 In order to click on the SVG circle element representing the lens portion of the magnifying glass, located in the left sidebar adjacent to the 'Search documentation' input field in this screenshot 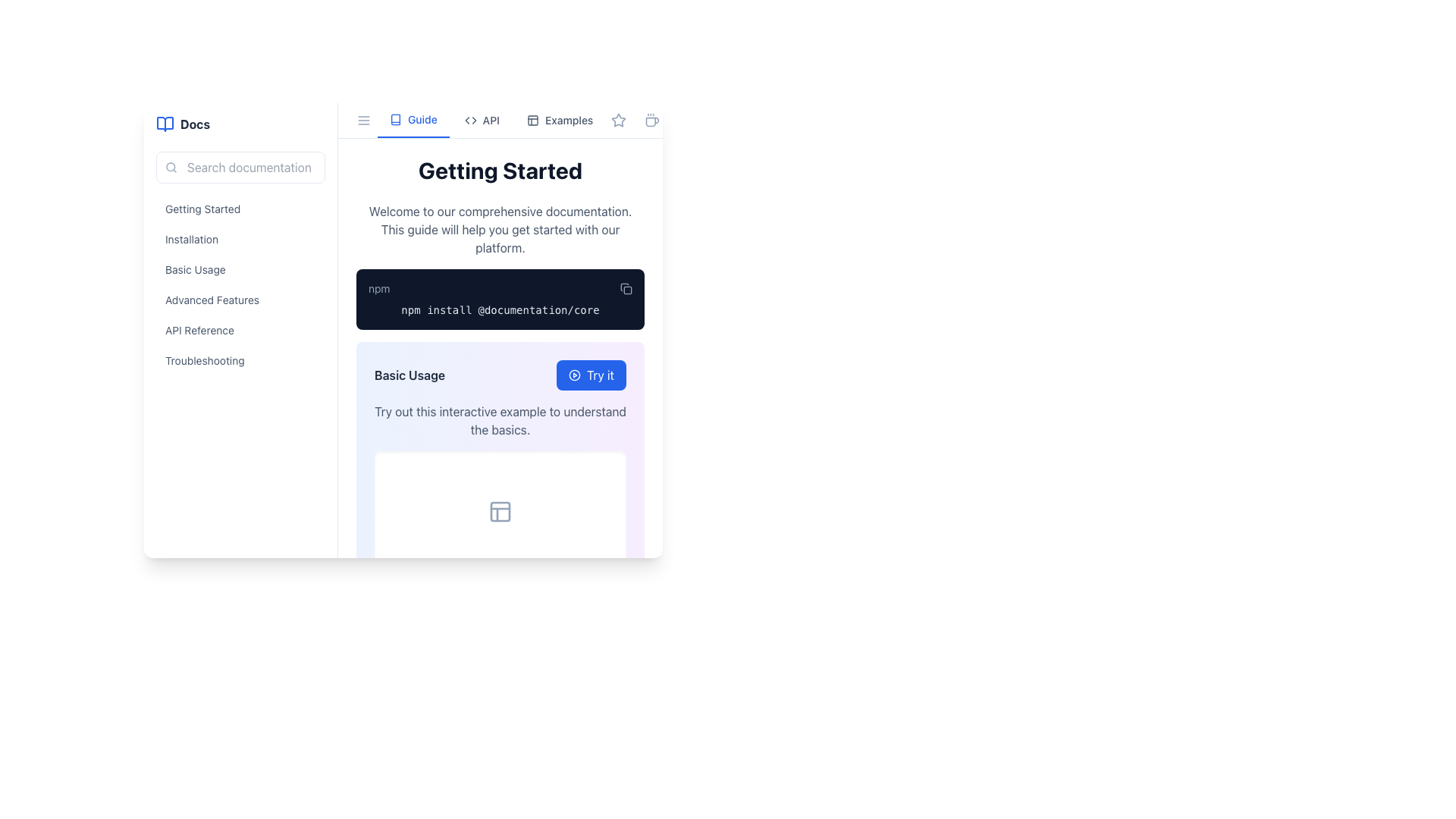, I will do `click(171, 167)`.